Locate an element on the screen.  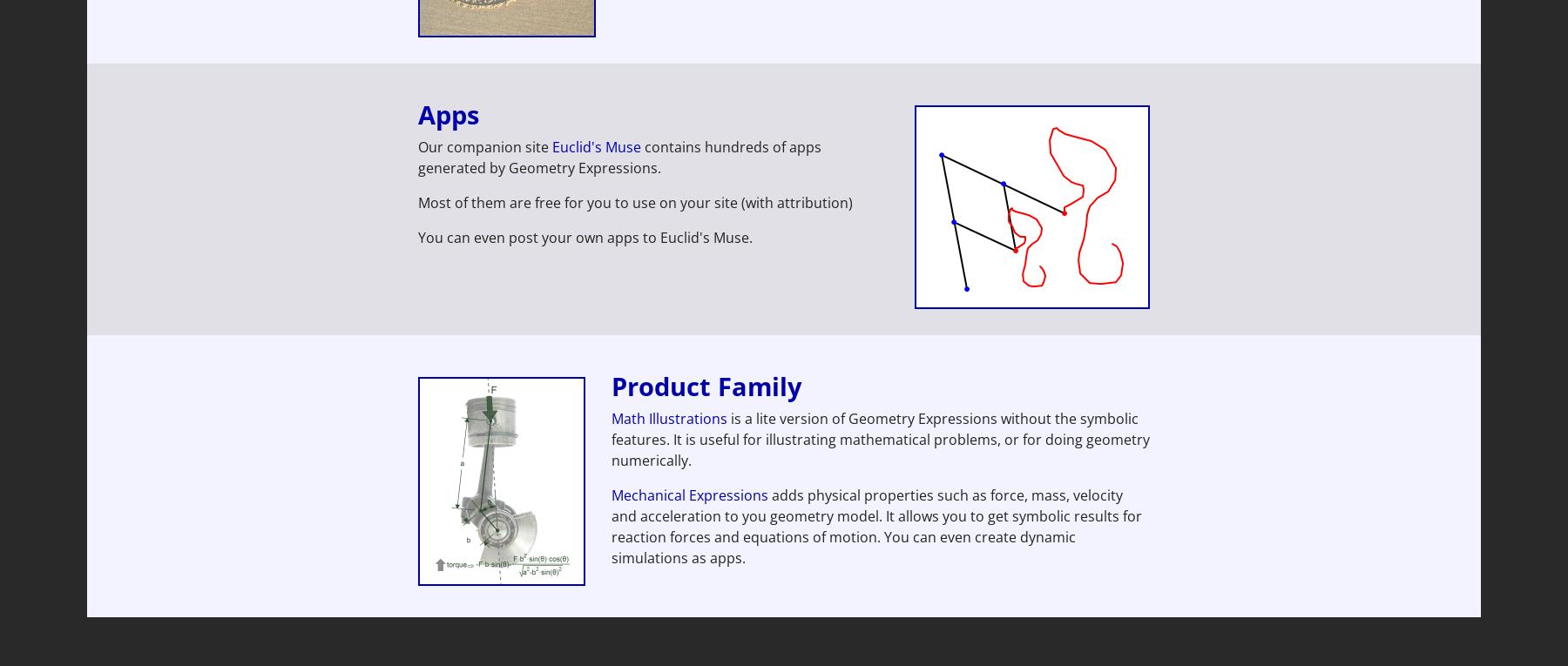
'Product Family' is located at coordinates (706, 385).